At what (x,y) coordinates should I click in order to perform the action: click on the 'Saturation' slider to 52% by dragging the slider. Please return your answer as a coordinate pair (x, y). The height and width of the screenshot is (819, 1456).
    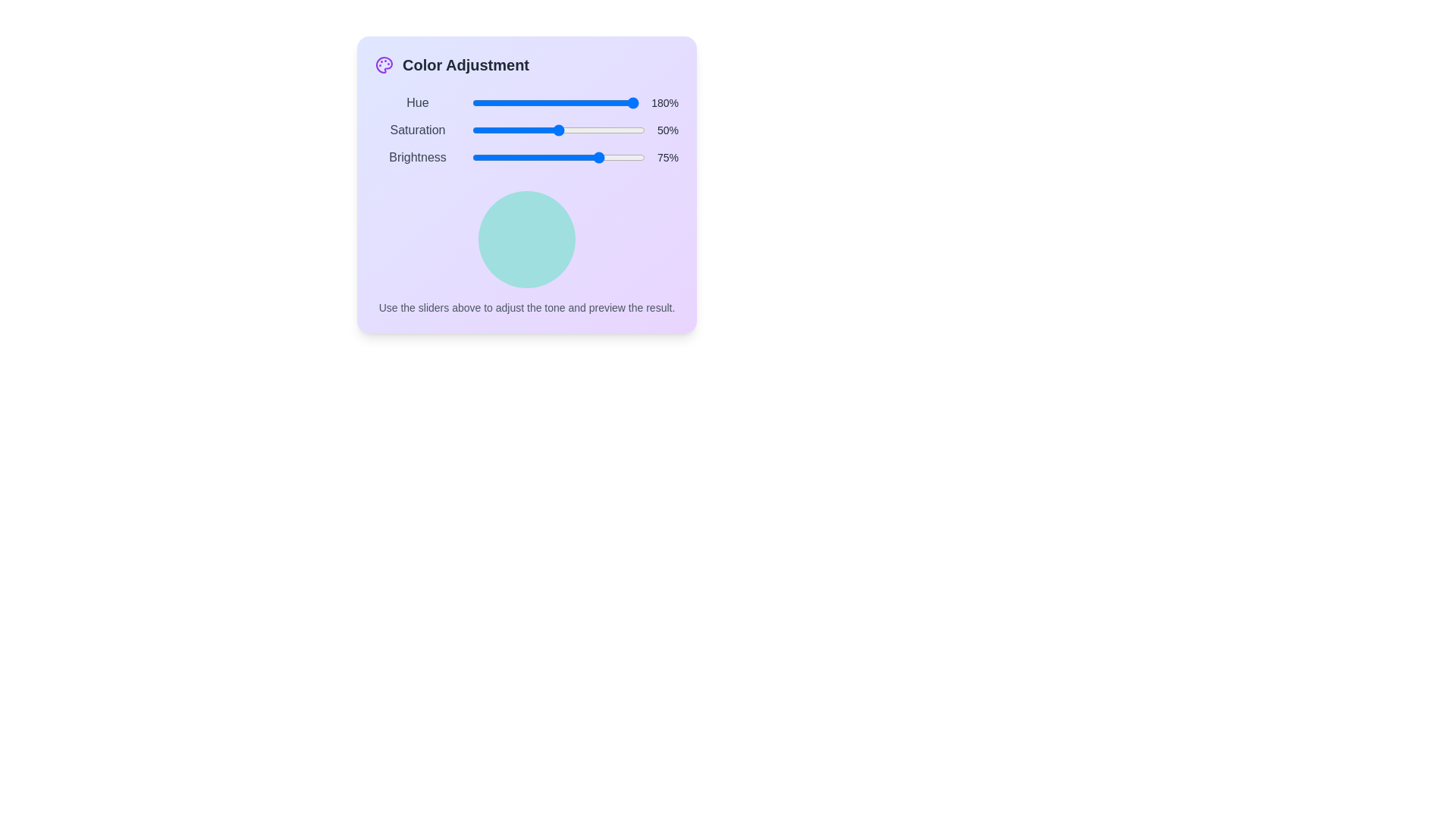
    Looking at the image, I should click on (561, 130).